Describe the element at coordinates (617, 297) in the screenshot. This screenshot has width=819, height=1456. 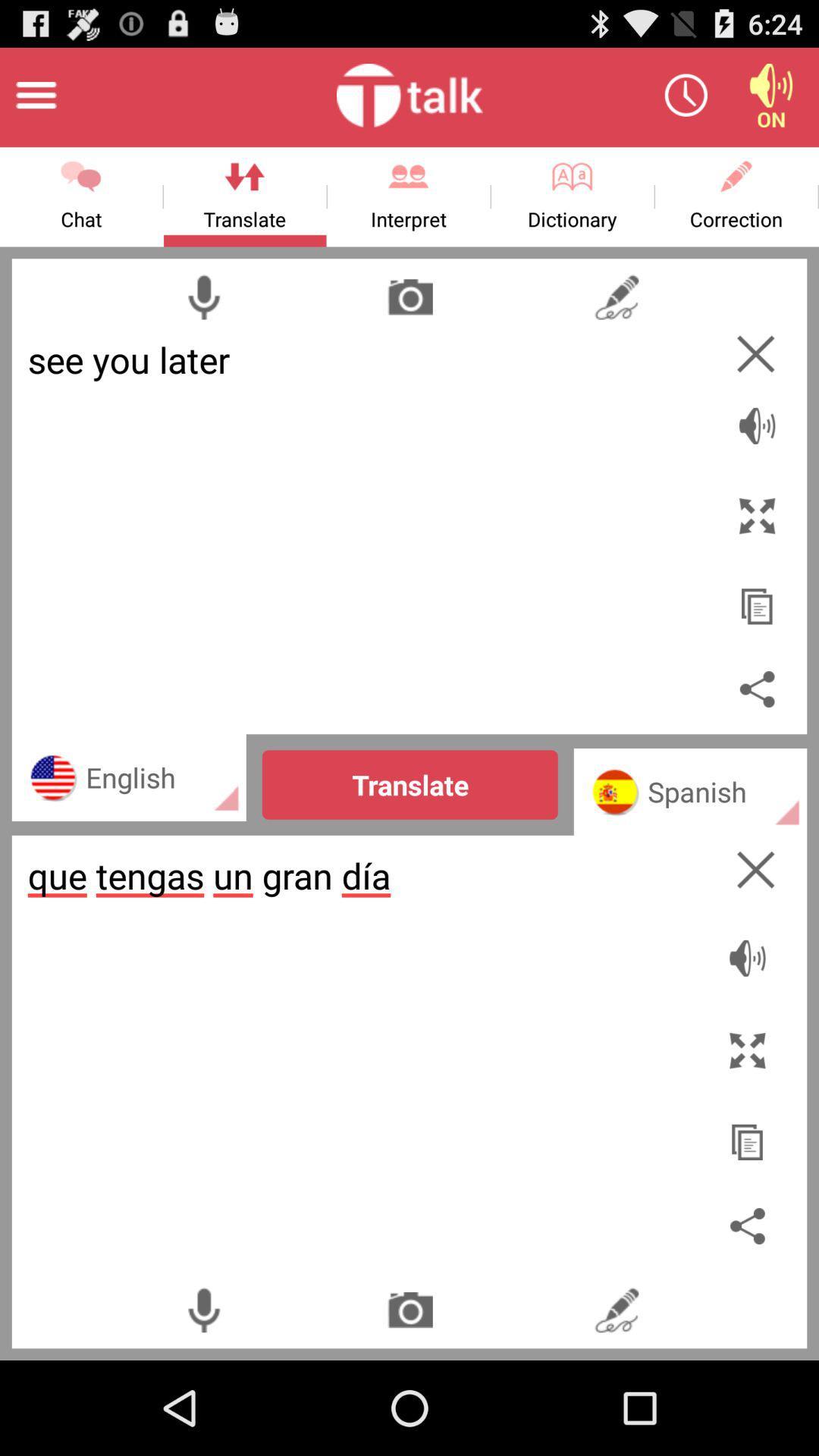
I see `handwriting tool that enables a box where you can write by hand each character instead of typing it` at that location.